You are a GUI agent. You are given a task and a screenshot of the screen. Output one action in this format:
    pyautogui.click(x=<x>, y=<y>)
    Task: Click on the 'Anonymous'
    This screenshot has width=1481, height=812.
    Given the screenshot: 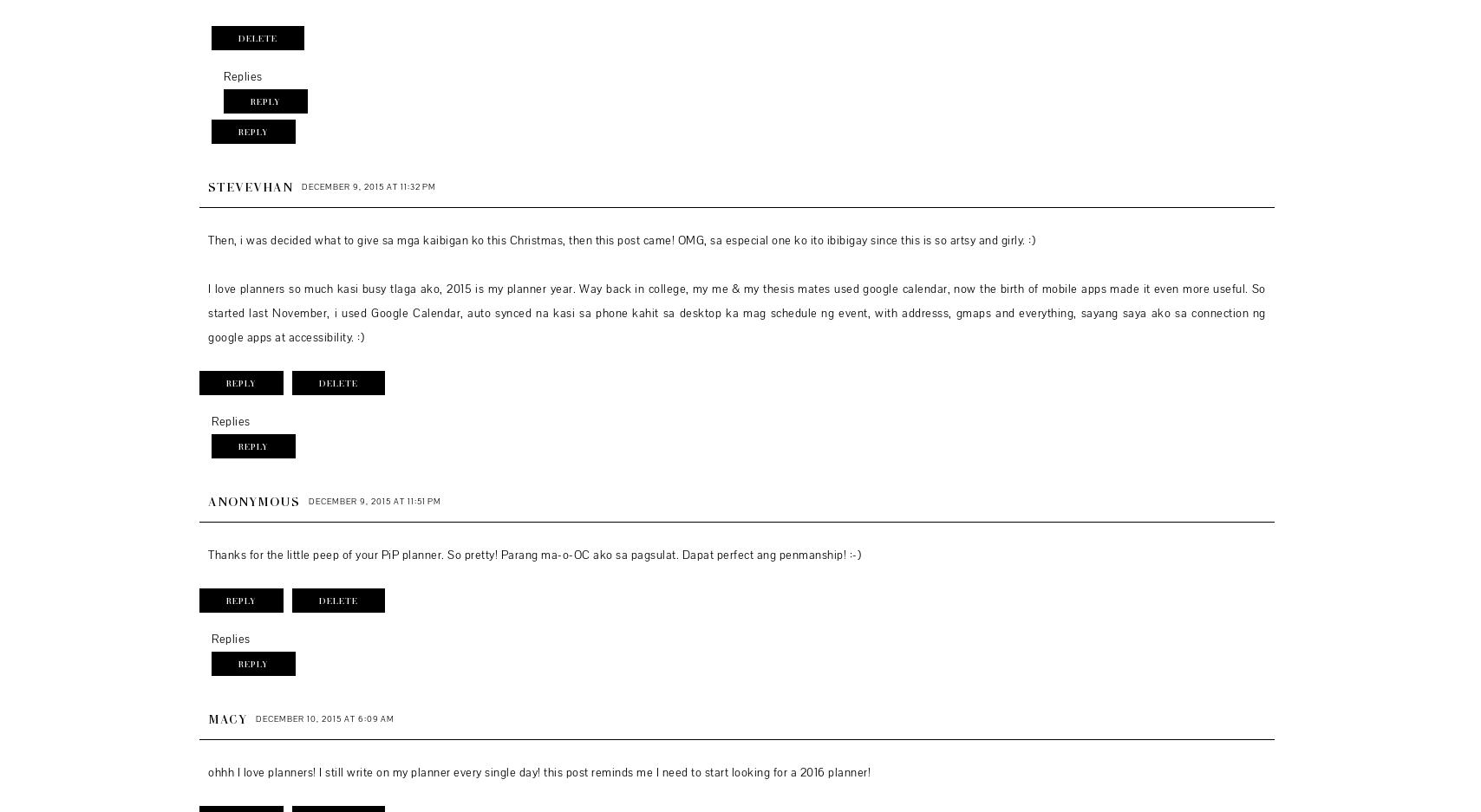 What is the action you would take?
    pyautogui.click(x=253, y=499)
    